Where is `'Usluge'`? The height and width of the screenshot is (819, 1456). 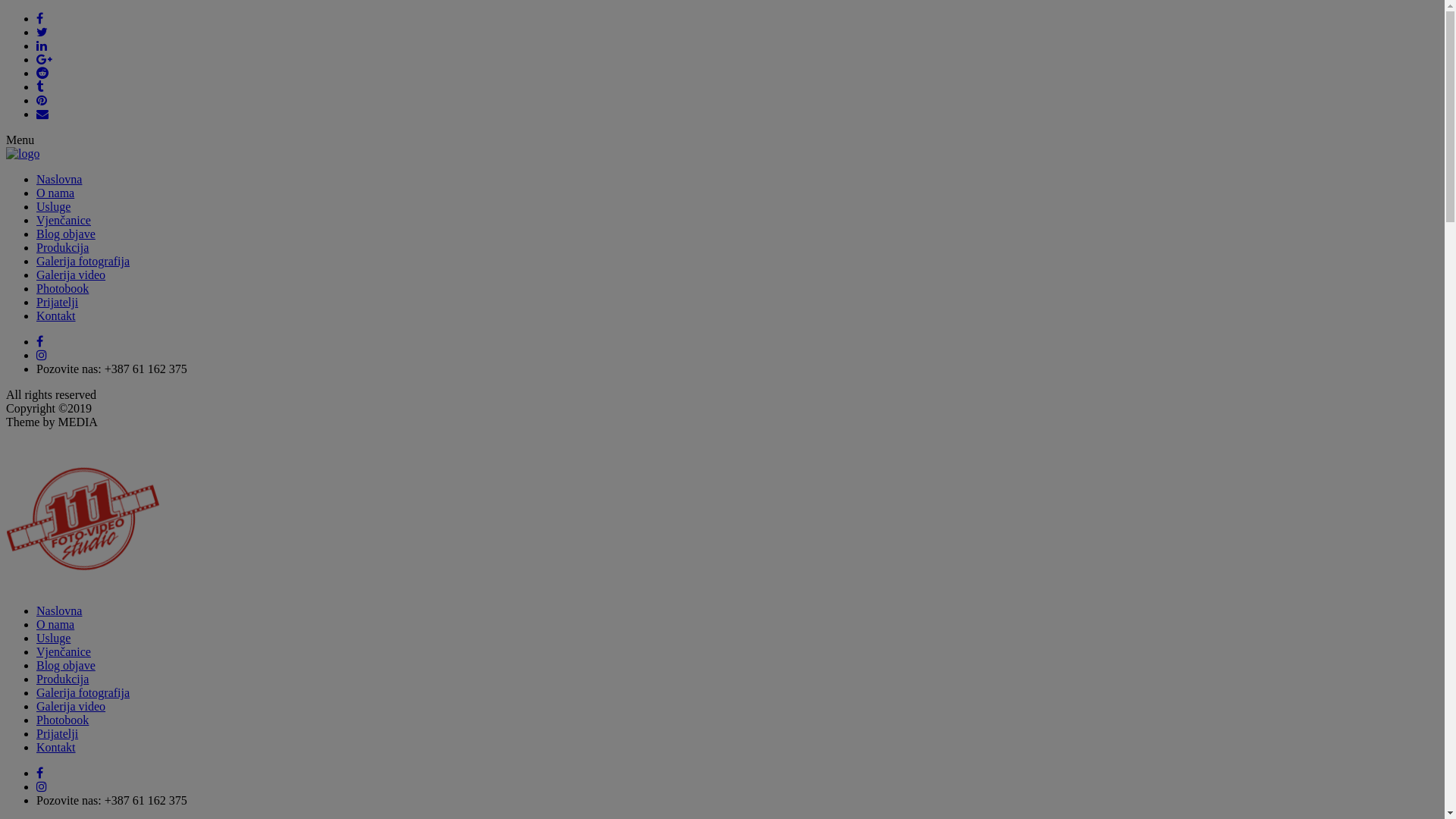
'Usluge' is located at coordinates (53, 206).